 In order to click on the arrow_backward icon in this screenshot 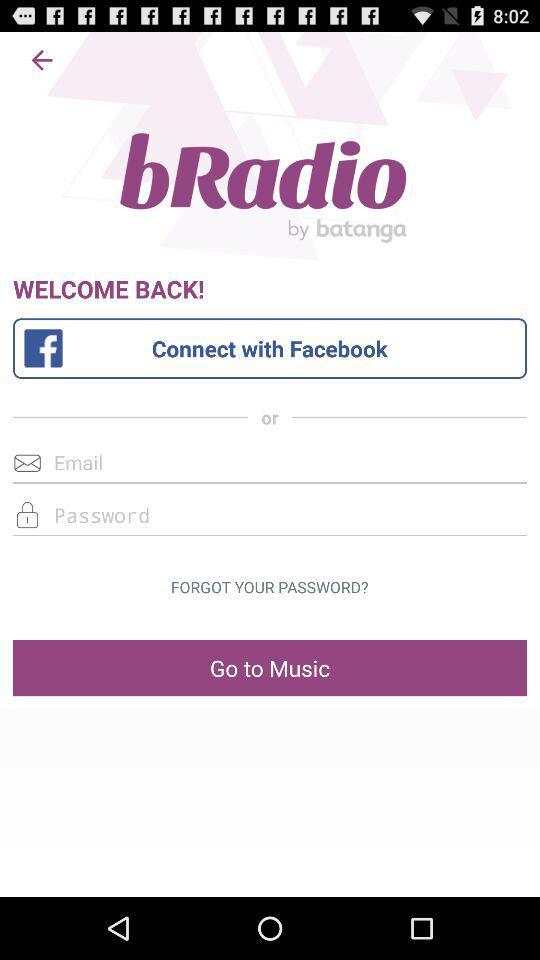, I will do `click(42, 64)`.